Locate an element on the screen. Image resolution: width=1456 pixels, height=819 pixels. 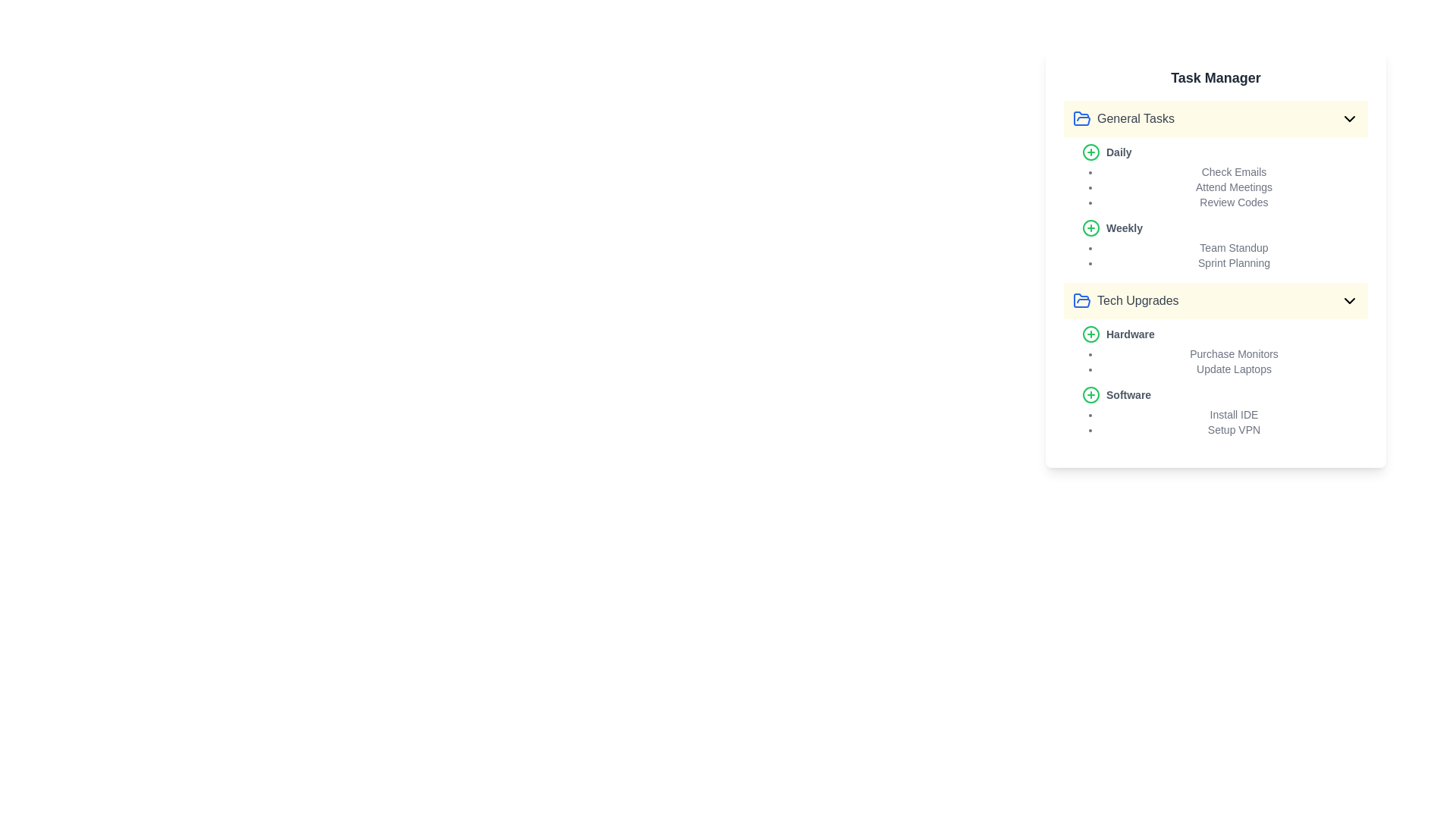
a task in the 'Daily' or 'Weekly' list group is located at coordinates (1216, 207).